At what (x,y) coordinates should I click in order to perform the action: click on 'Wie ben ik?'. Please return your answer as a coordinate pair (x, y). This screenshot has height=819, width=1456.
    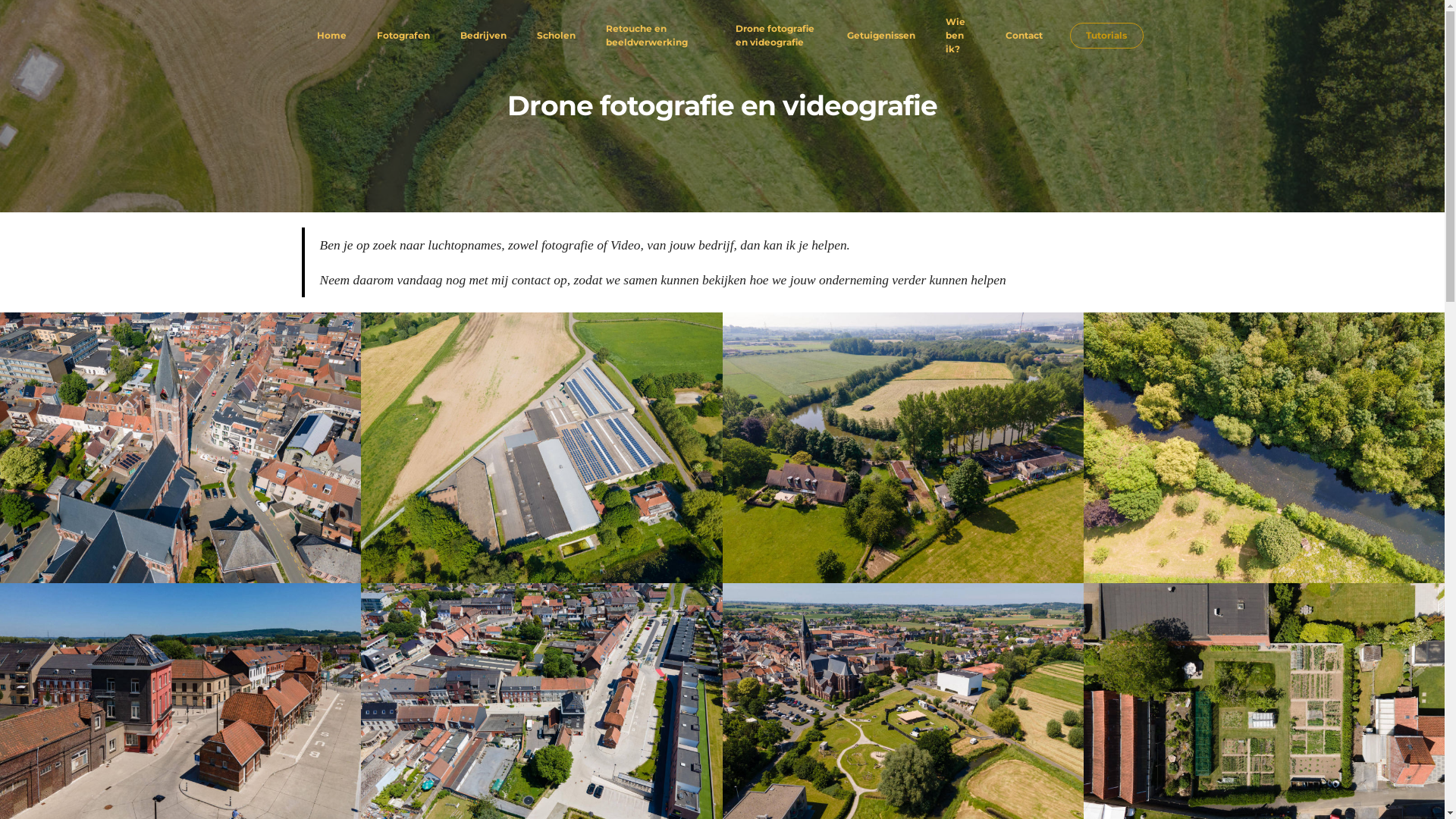
    Looking at the image, I should click on (960, 34).